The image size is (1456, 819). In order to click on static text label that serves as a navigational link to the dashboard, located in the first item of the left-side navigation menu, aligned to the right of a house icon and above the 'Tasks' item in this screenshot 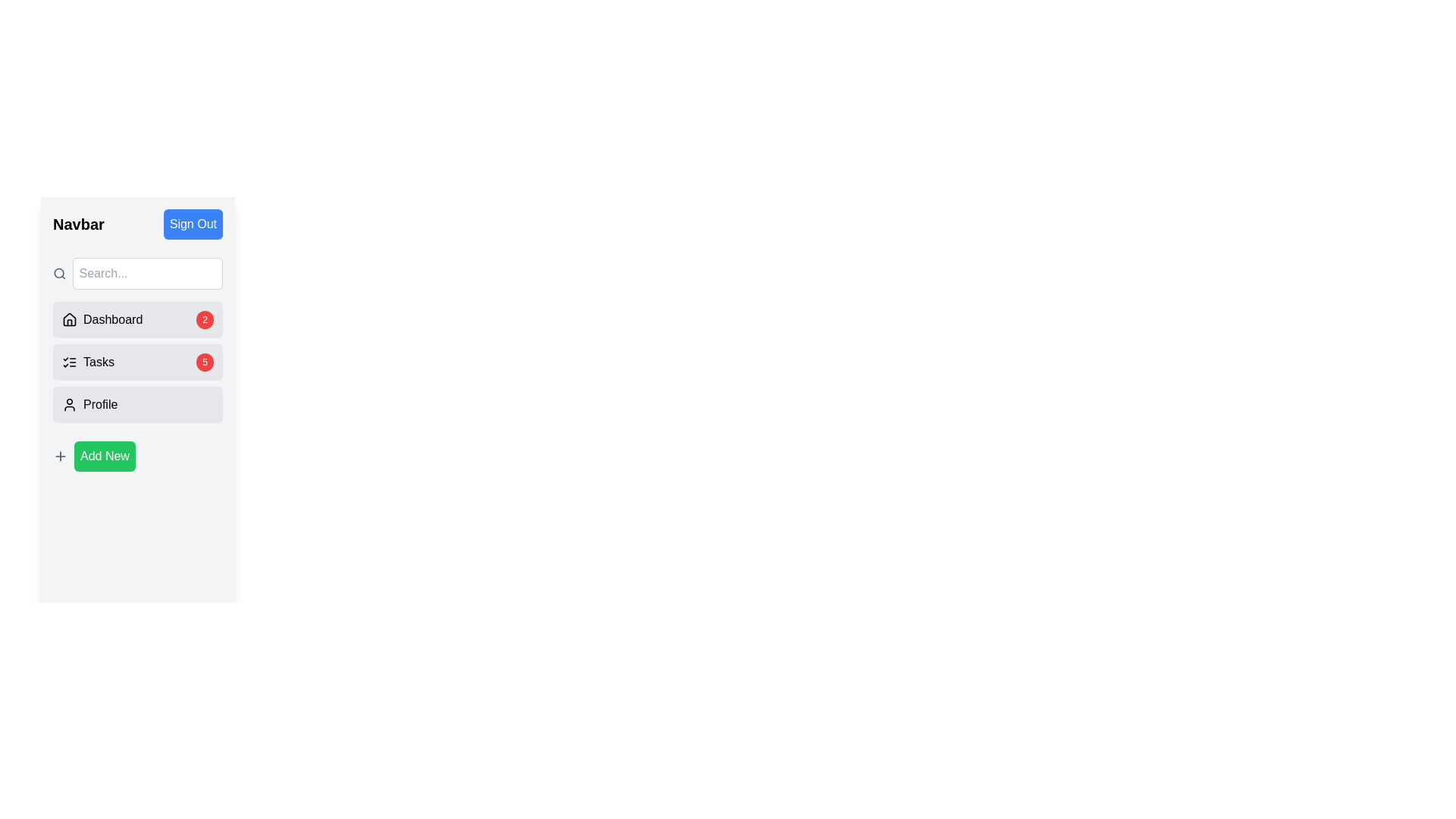, I will do `click(112, 318)`.